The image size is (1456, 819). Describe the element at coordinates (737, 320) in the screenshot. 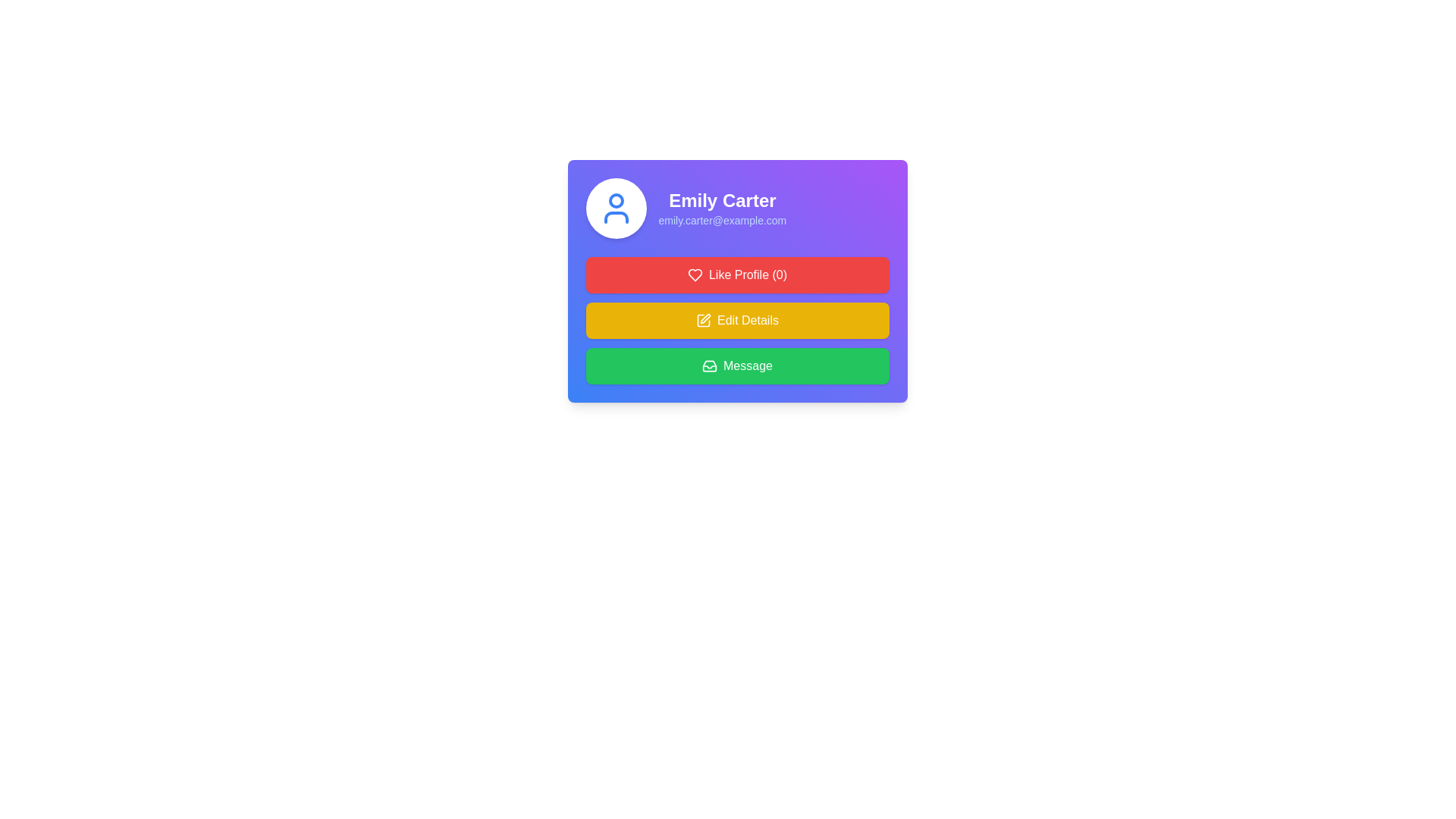

I see `the yellow 'Edit Details' button with a pen icon to initiate editing profile details` at that location.